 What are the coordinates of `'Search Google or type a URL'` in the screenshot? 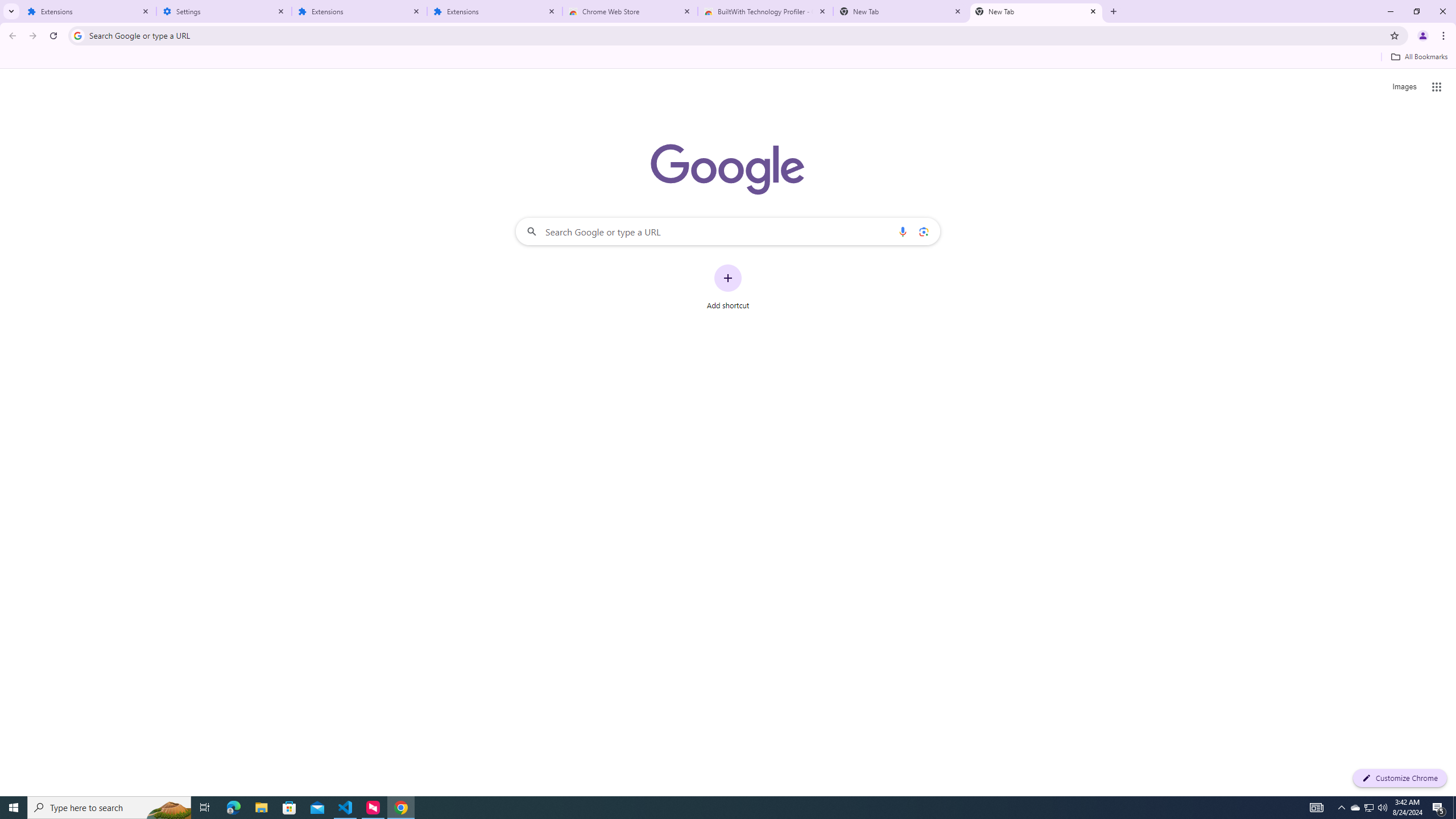 It's located at (728, 230).